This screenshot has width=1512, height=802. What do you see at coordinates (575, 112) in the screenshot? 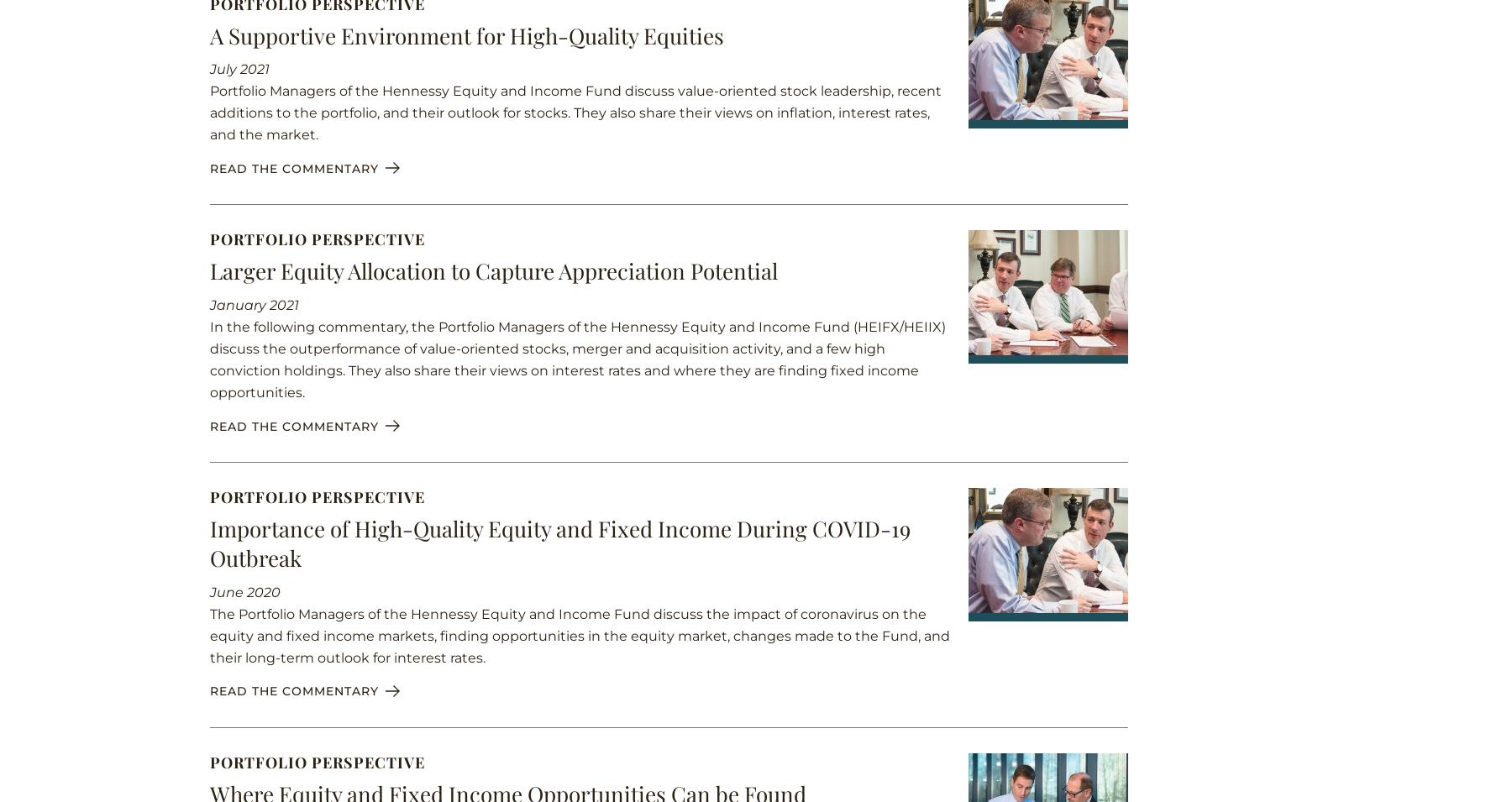
I see `'Portfolio Managers of the Hennessy Equity and Income Fund discuss value-oriented stock leadership, recent additions to the portfolio, and their outlook for stocks. They also share their views on inflation, interest rates, and the market.'` at bounding box center [575, 112].